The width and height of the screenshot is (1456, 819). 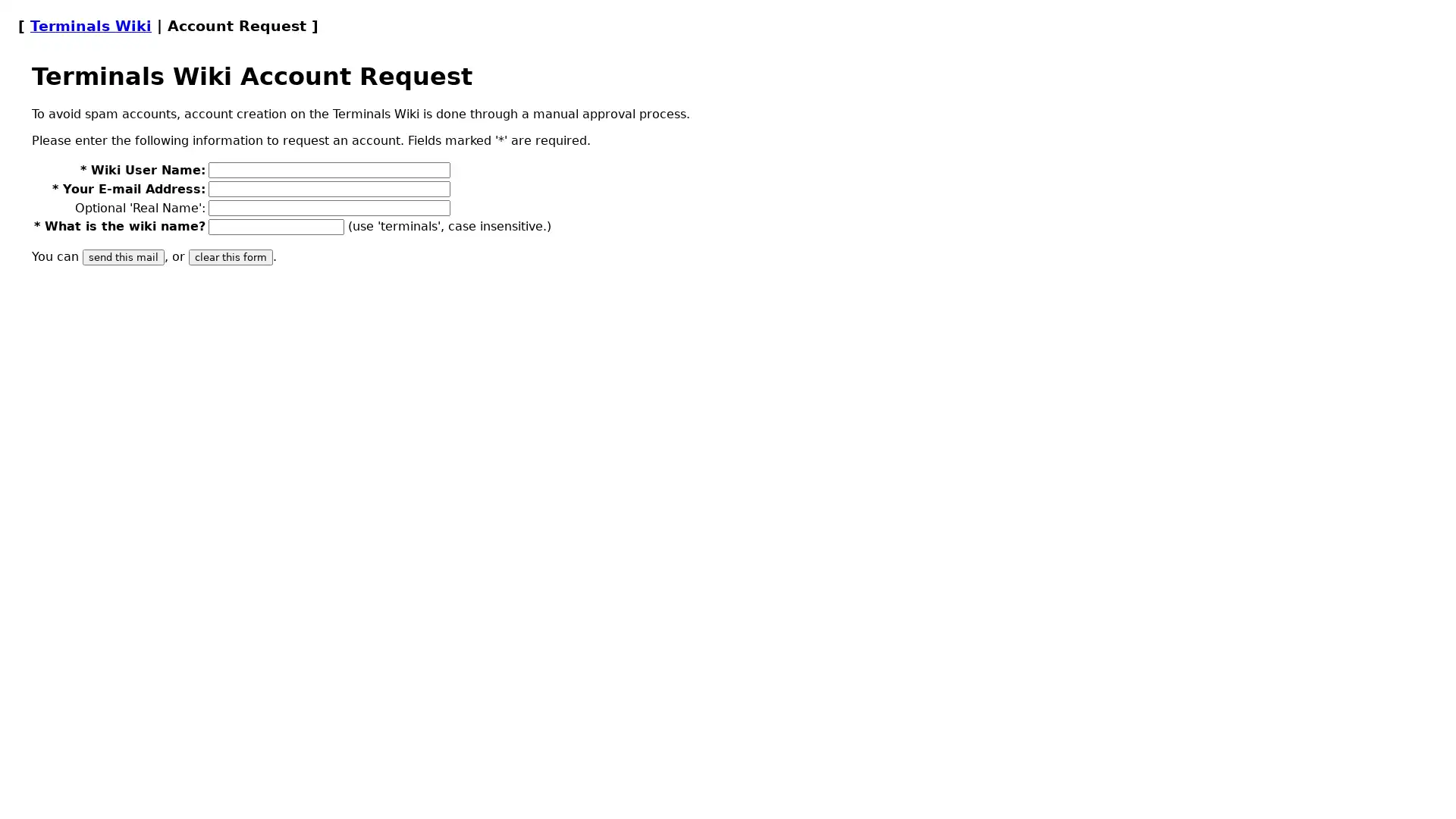 I want to click on clear this form, so click(x=230, y=256).